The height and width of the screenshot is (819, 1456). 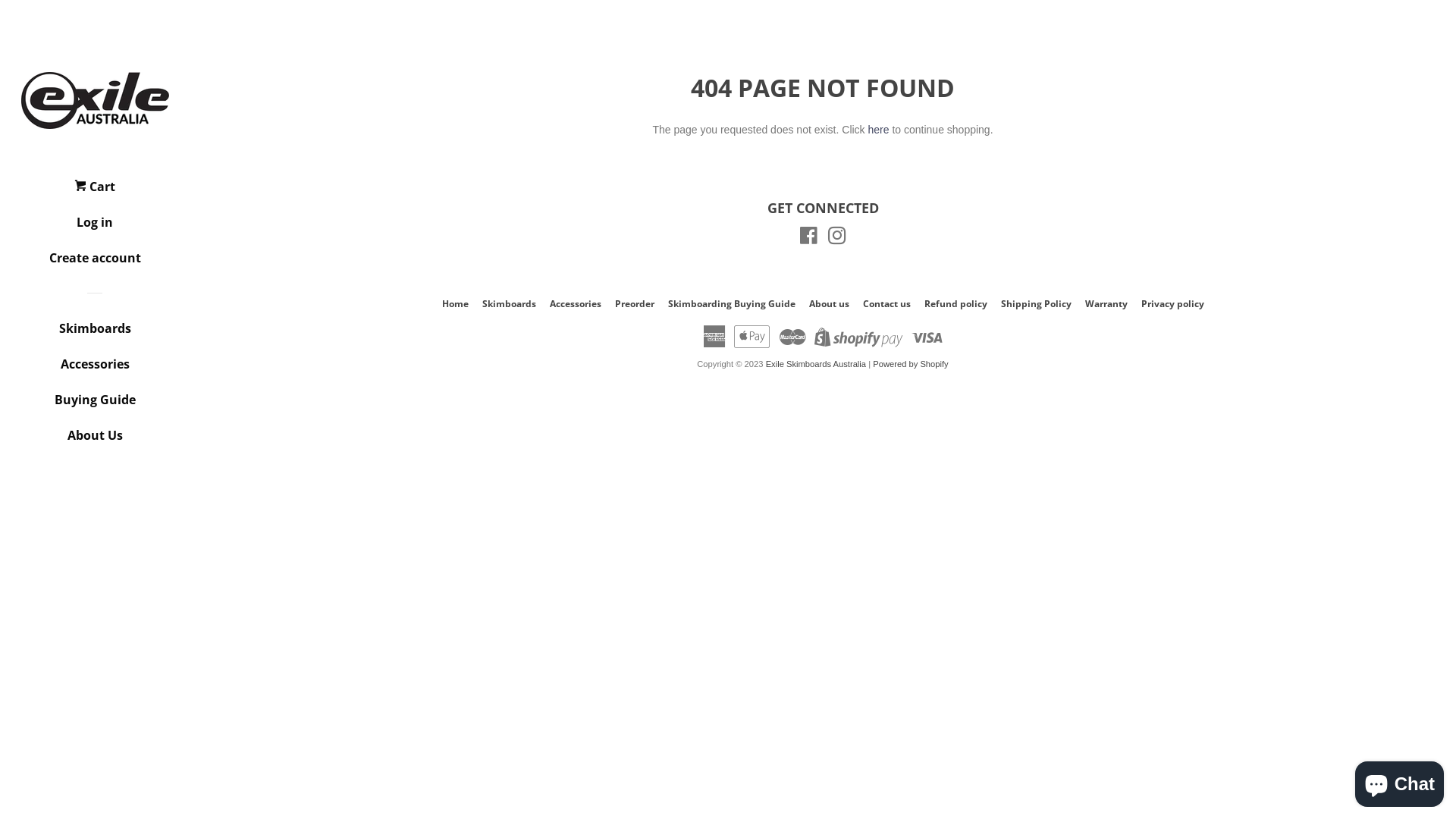 What do you see at coordinates (633, 303) in the screenshot?
I see `'Preorder'` at bounding box center [633, 303].